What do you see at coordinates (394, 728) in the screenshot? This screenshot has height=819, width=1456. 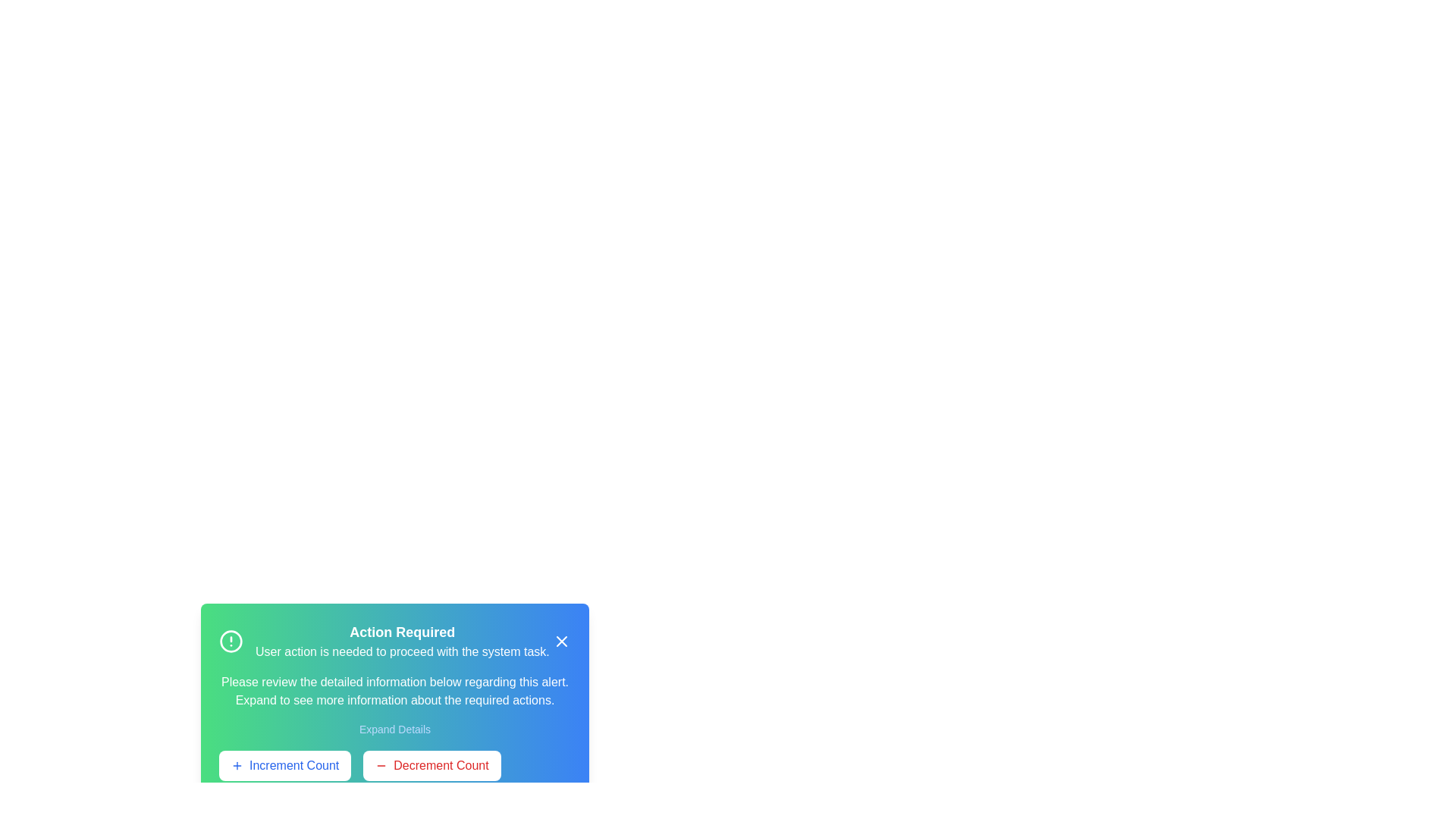 I see `the 'Expand Details' button to reveal the full alert details` at bounding box center [394, 728].